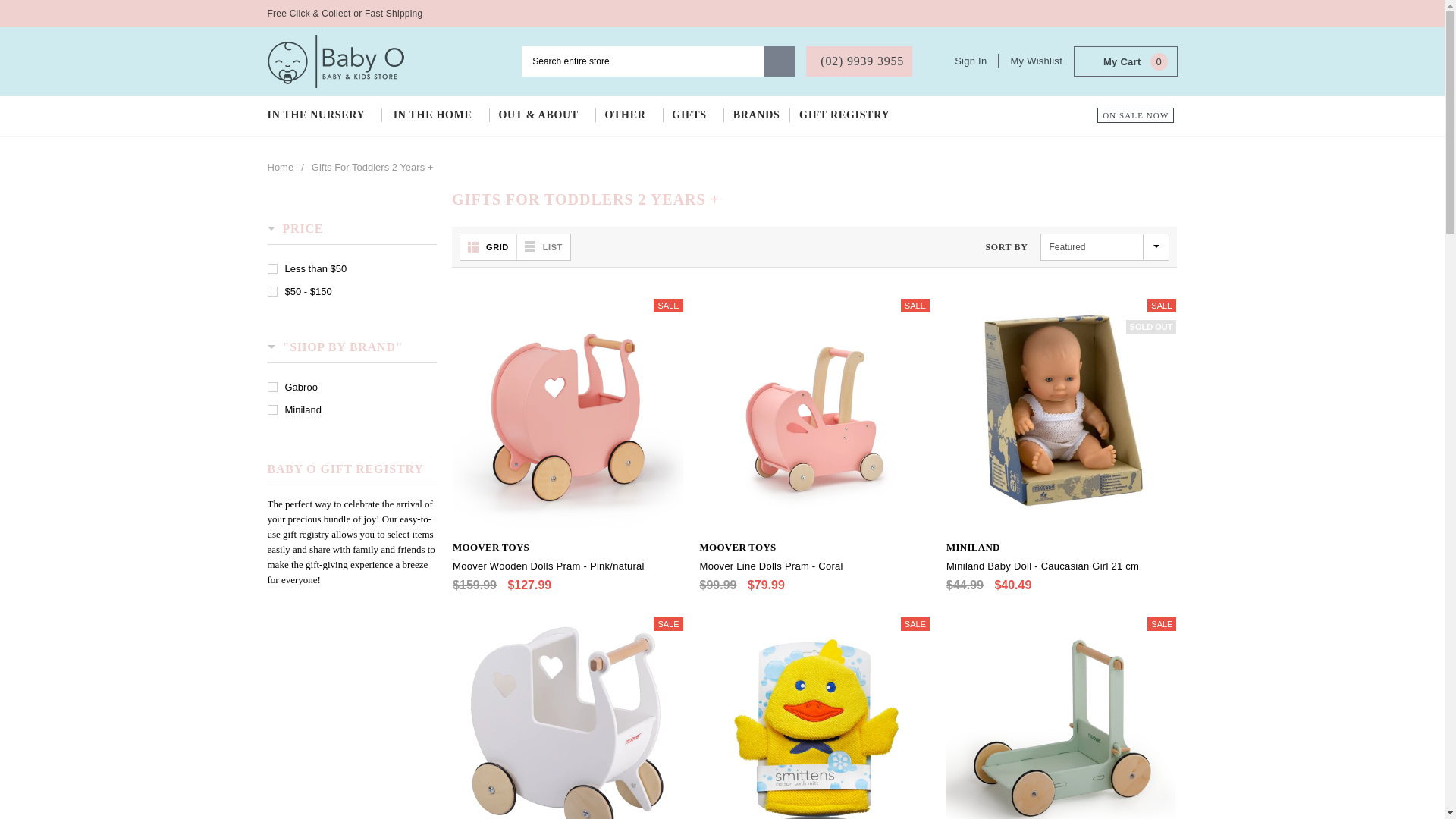  What do you see at coordinates (323, 115) in the screenshot?
I see `'IN THE NURSERY'` at bounding box center [323, 115].